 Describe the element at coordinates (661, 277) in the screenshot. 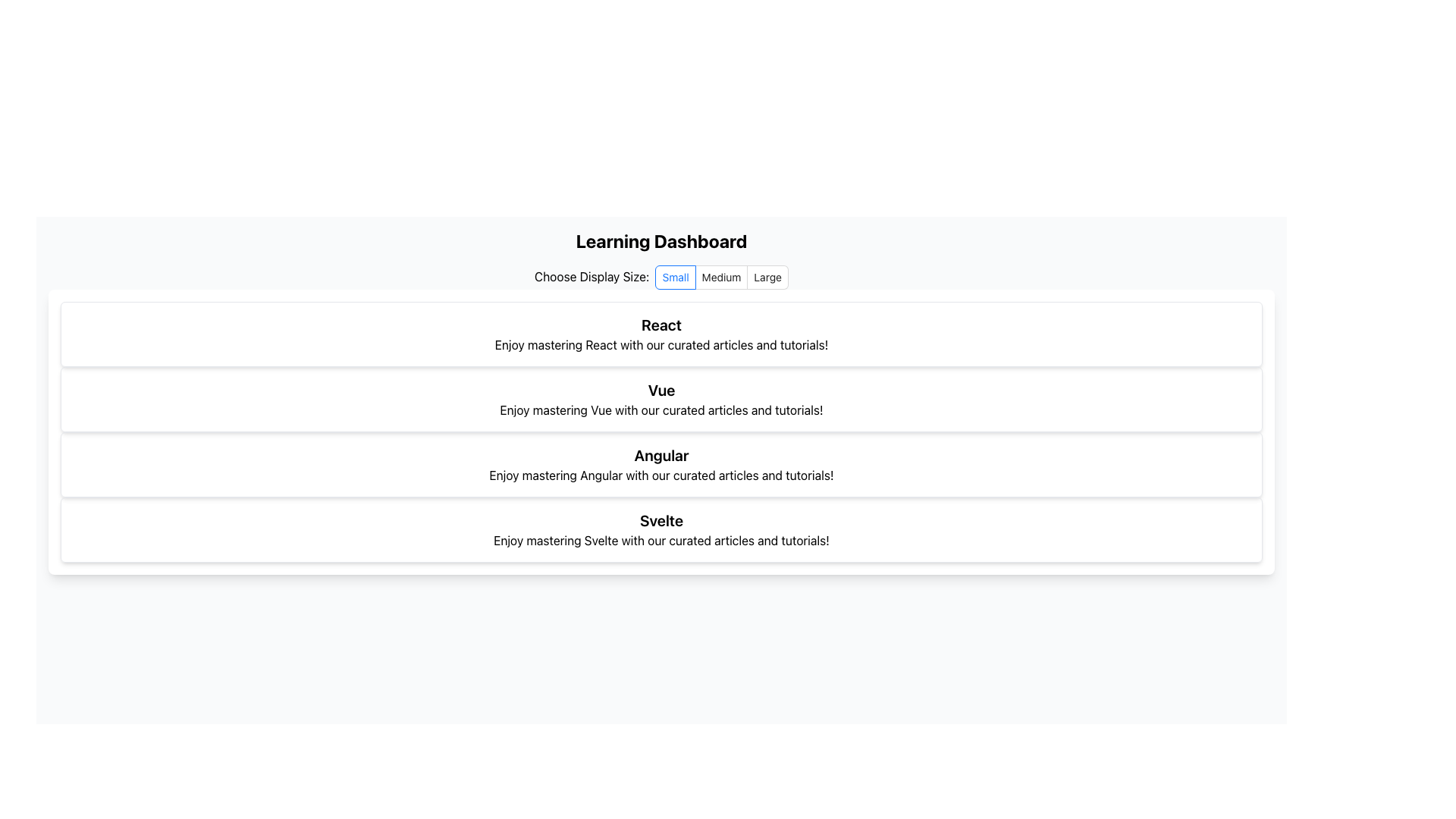

I see `the 'Small' radio button in the radio button group labeled 'Choose Display Size:'` at that location.